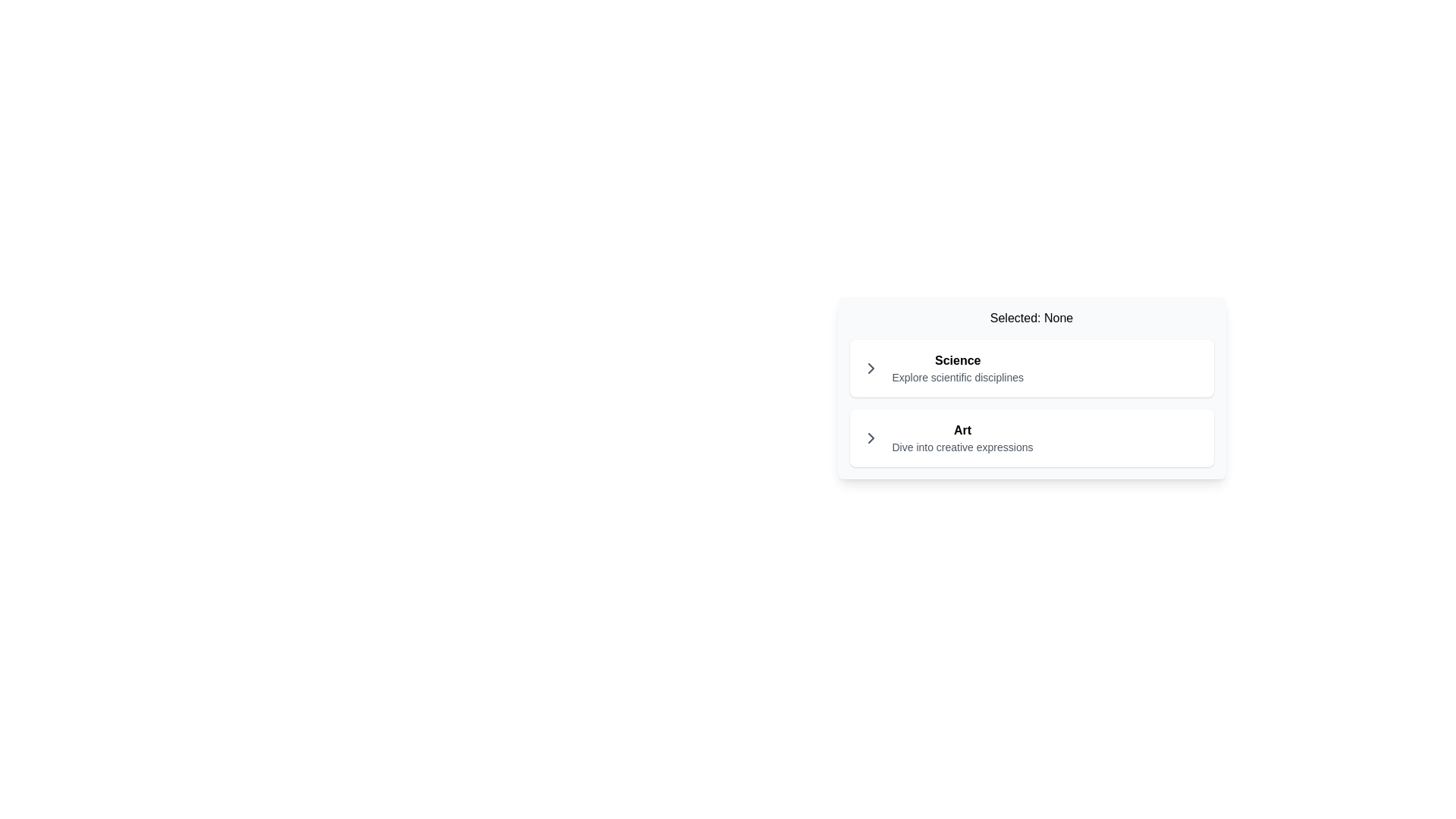  Describe the element at coordinates (957, 376) in the screenshot. I see `the descriptive text label that provides additional details about the 'Science' option, positioned underneath the 'Science' label` at that location.